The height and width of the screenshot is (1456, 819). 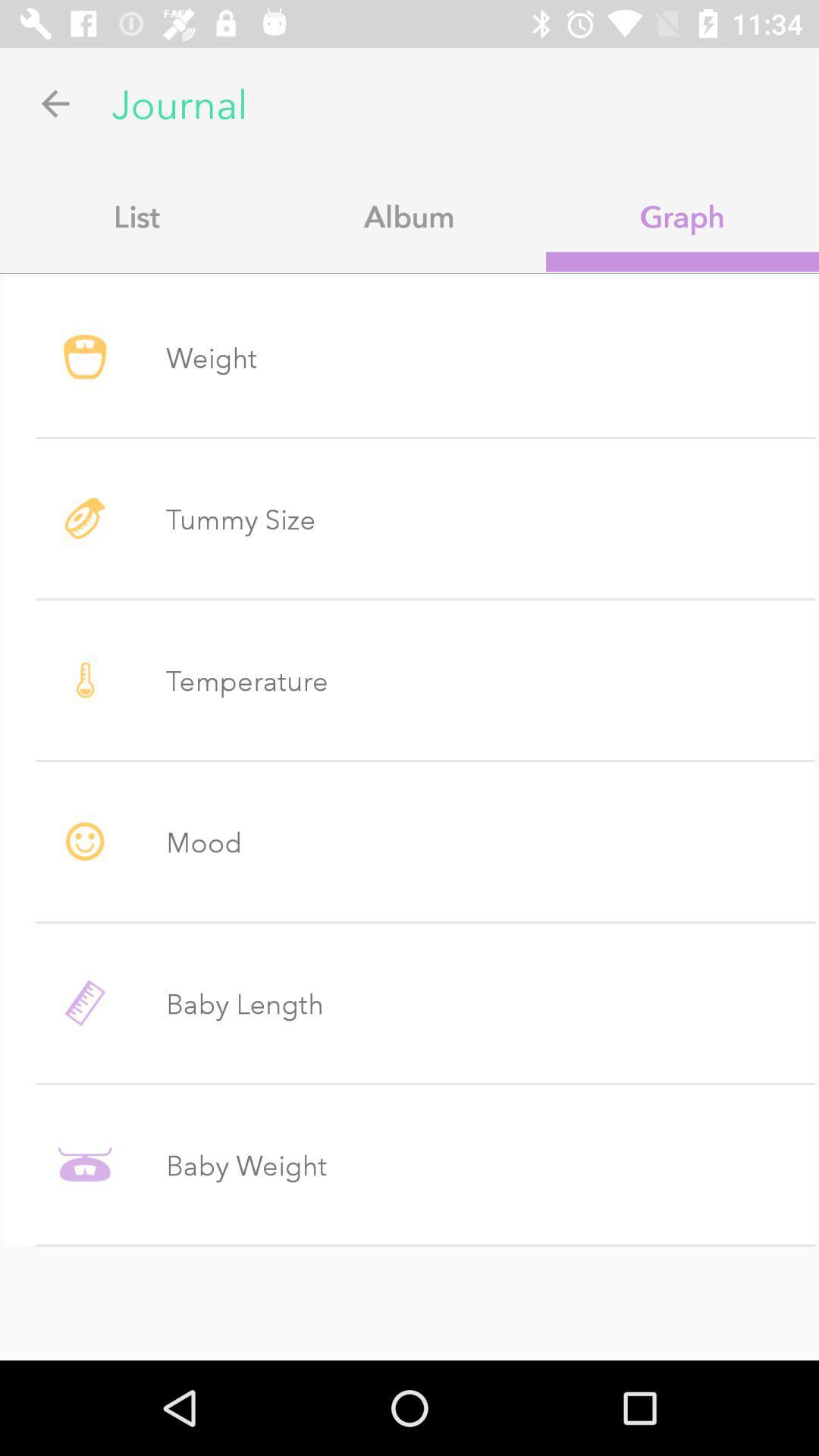 I want to click on album app, so click(x=409, y=215).